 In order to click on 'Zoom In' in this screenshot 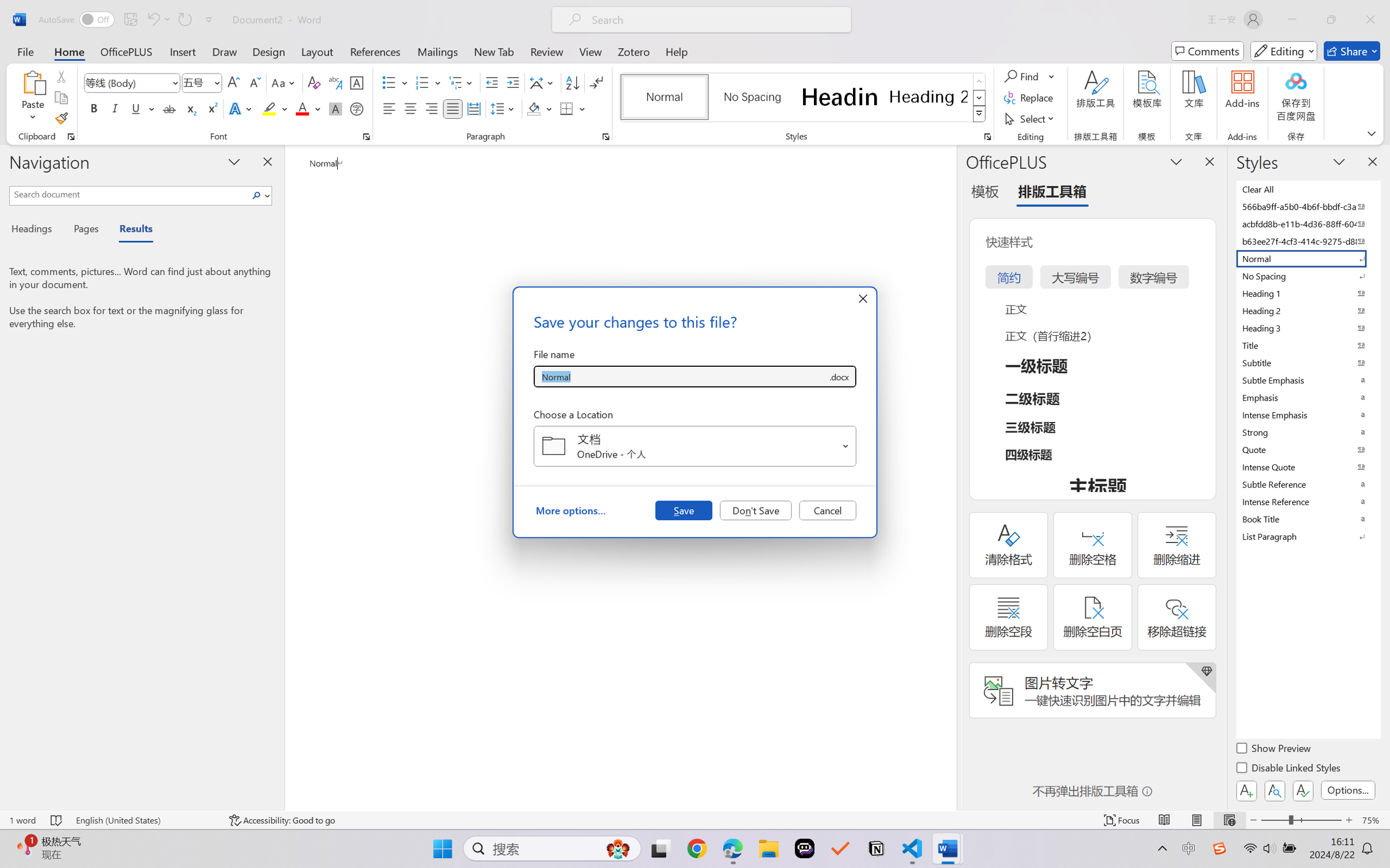, I will do `click(1349, 820)`.